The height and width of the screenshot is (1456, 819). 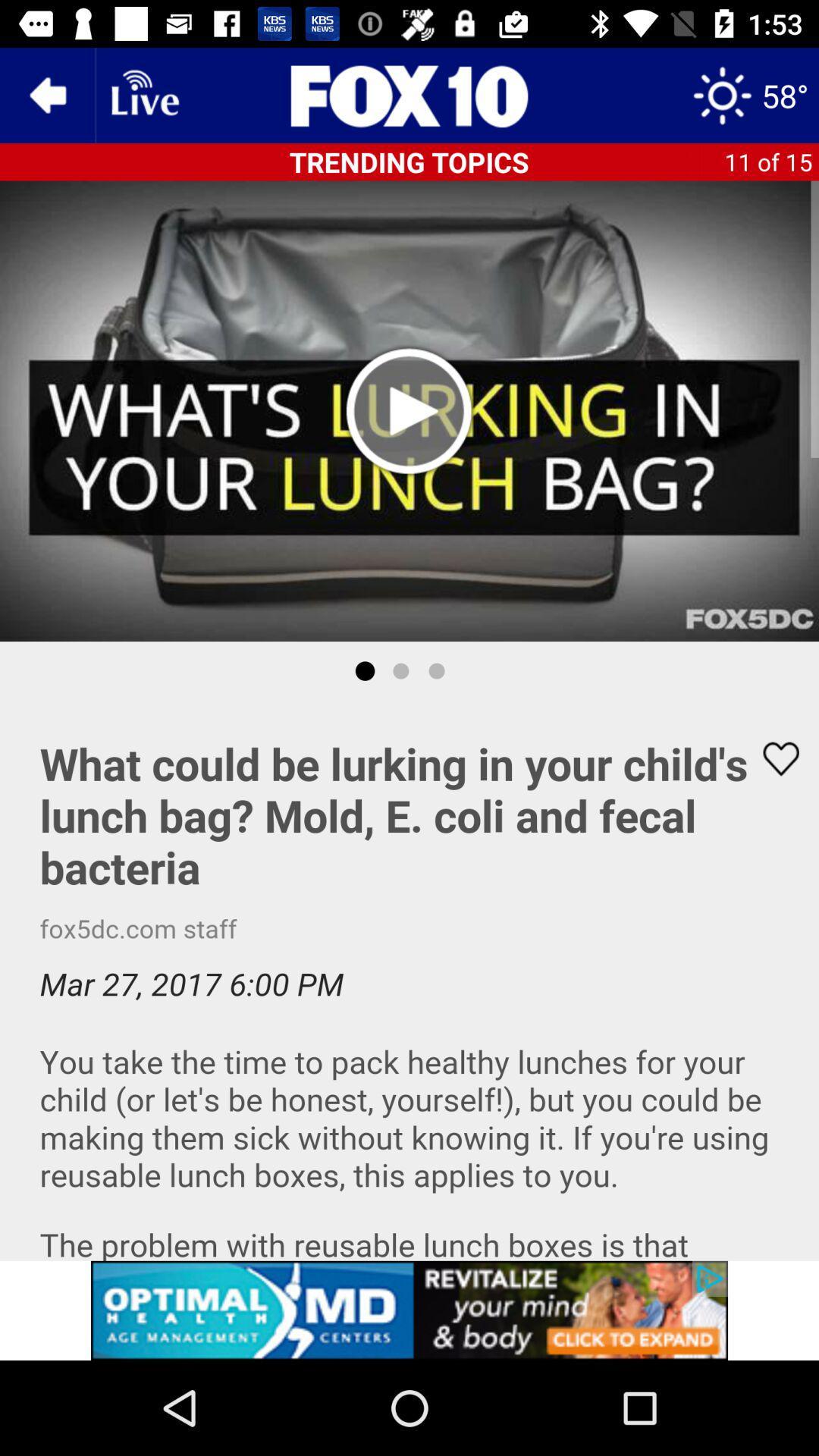 I want to click on article, so click(x=409, y=981).